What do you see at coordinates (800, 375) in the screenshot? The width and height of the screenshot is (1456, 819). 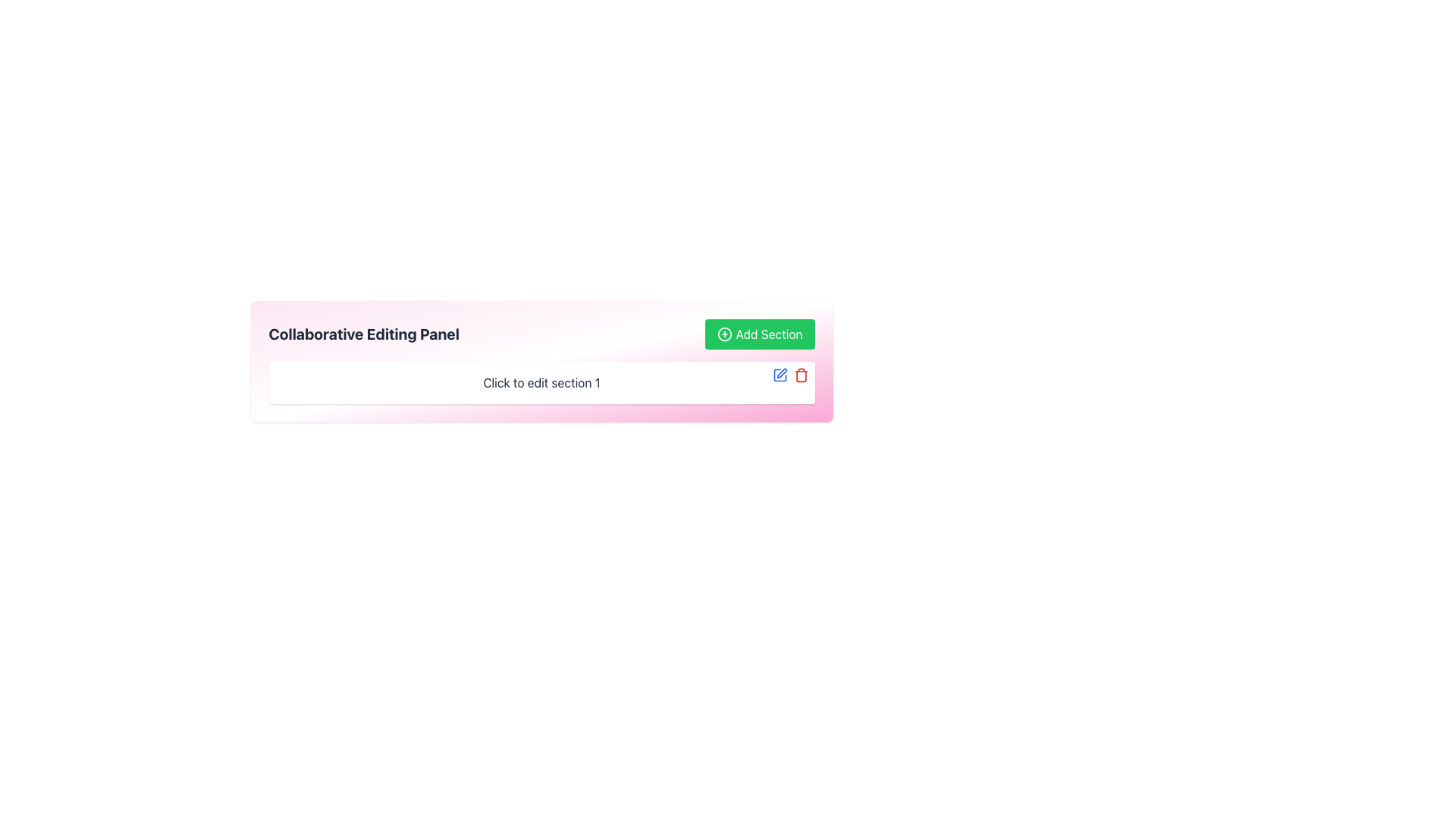 I see `the delete button located to the right of the blue pen icon, which is part of a horizontal layout of icons at the top right corner of the interface` at bounding box center [800, 375].